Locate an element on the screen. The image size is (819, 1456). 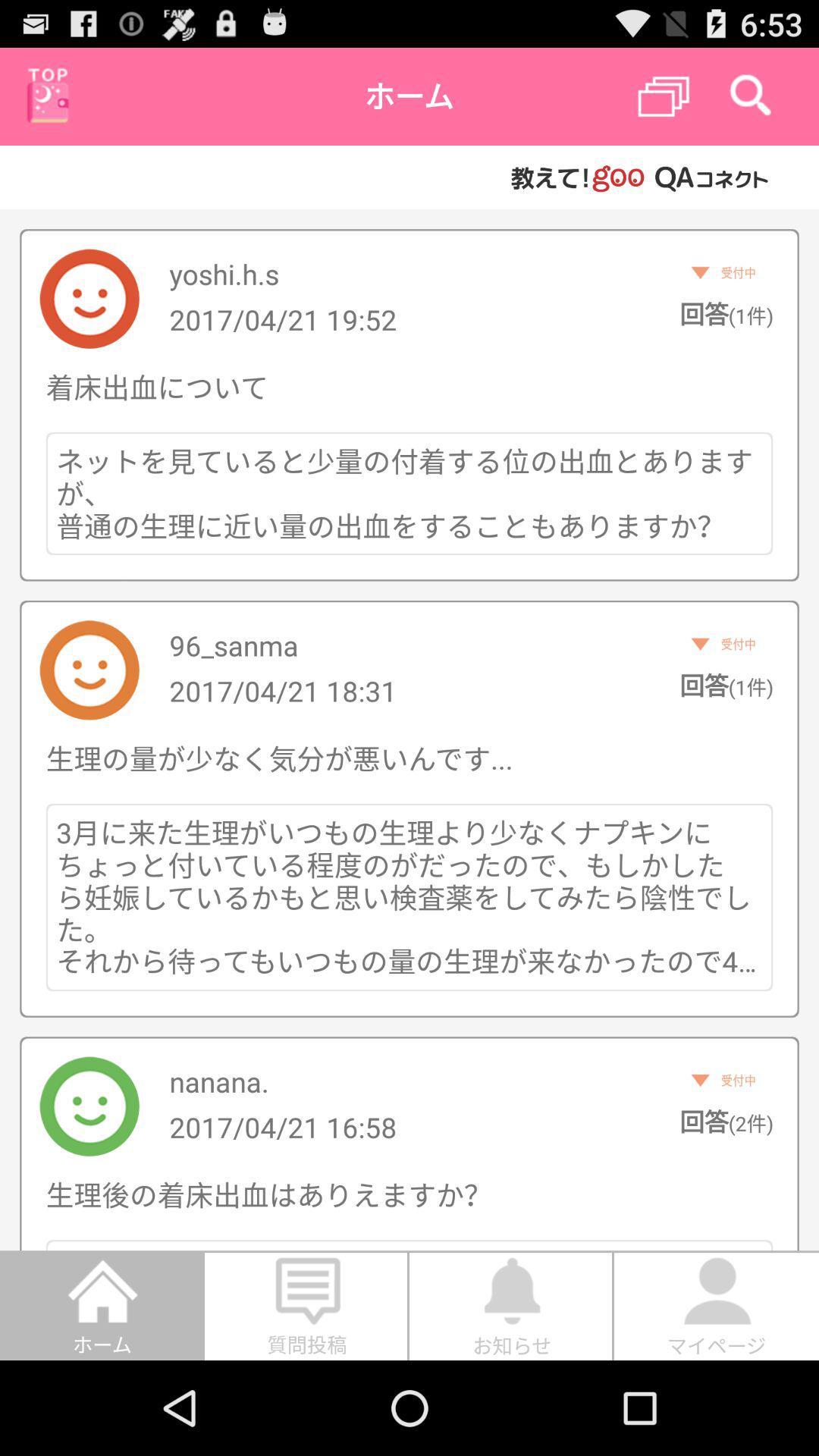
yoshi.h.s is located at coordinates (224, 274).